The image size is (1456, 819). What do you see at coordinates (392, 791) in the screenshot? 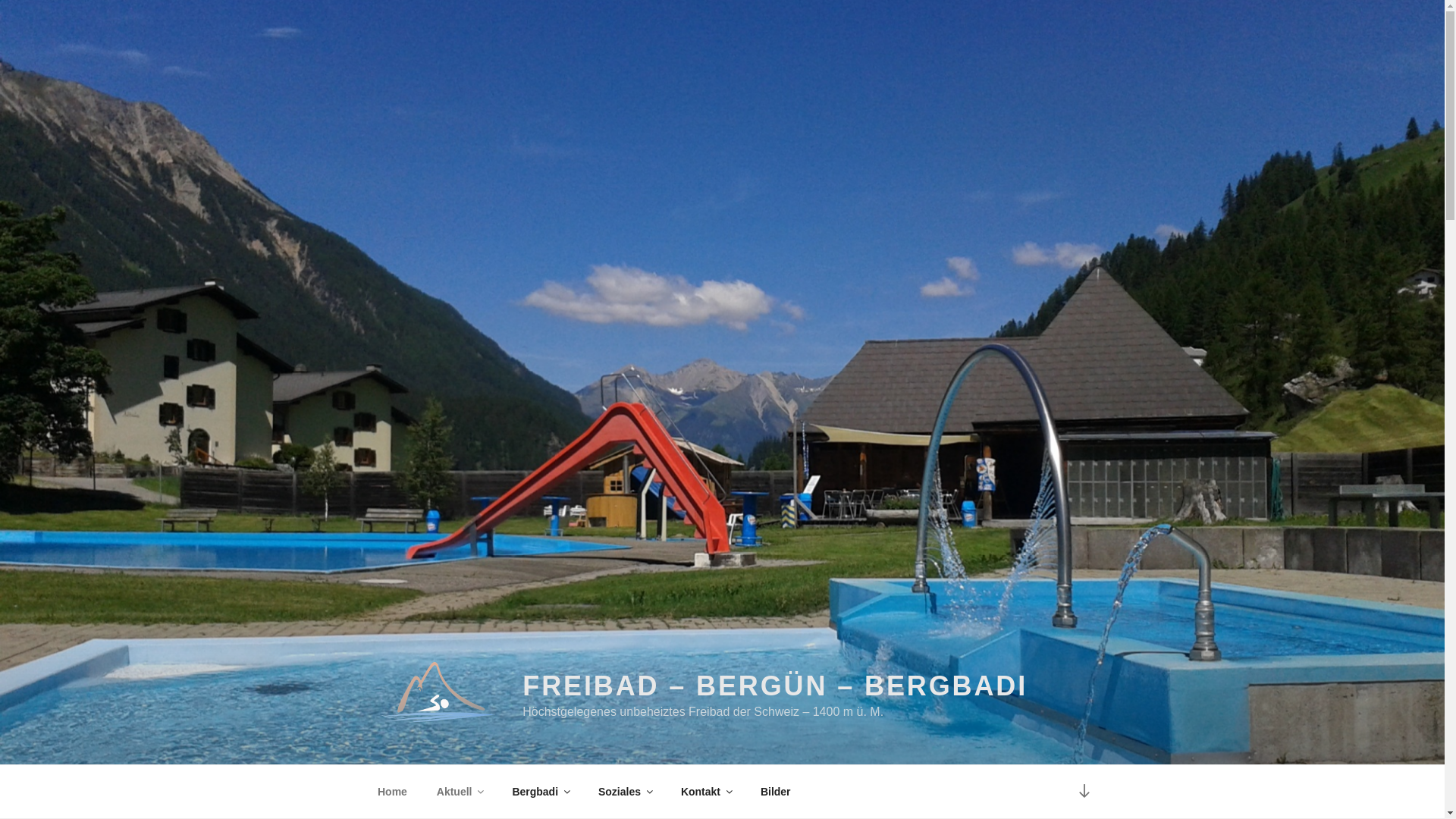
I see `'Home'` at bounding box center [392, 791].